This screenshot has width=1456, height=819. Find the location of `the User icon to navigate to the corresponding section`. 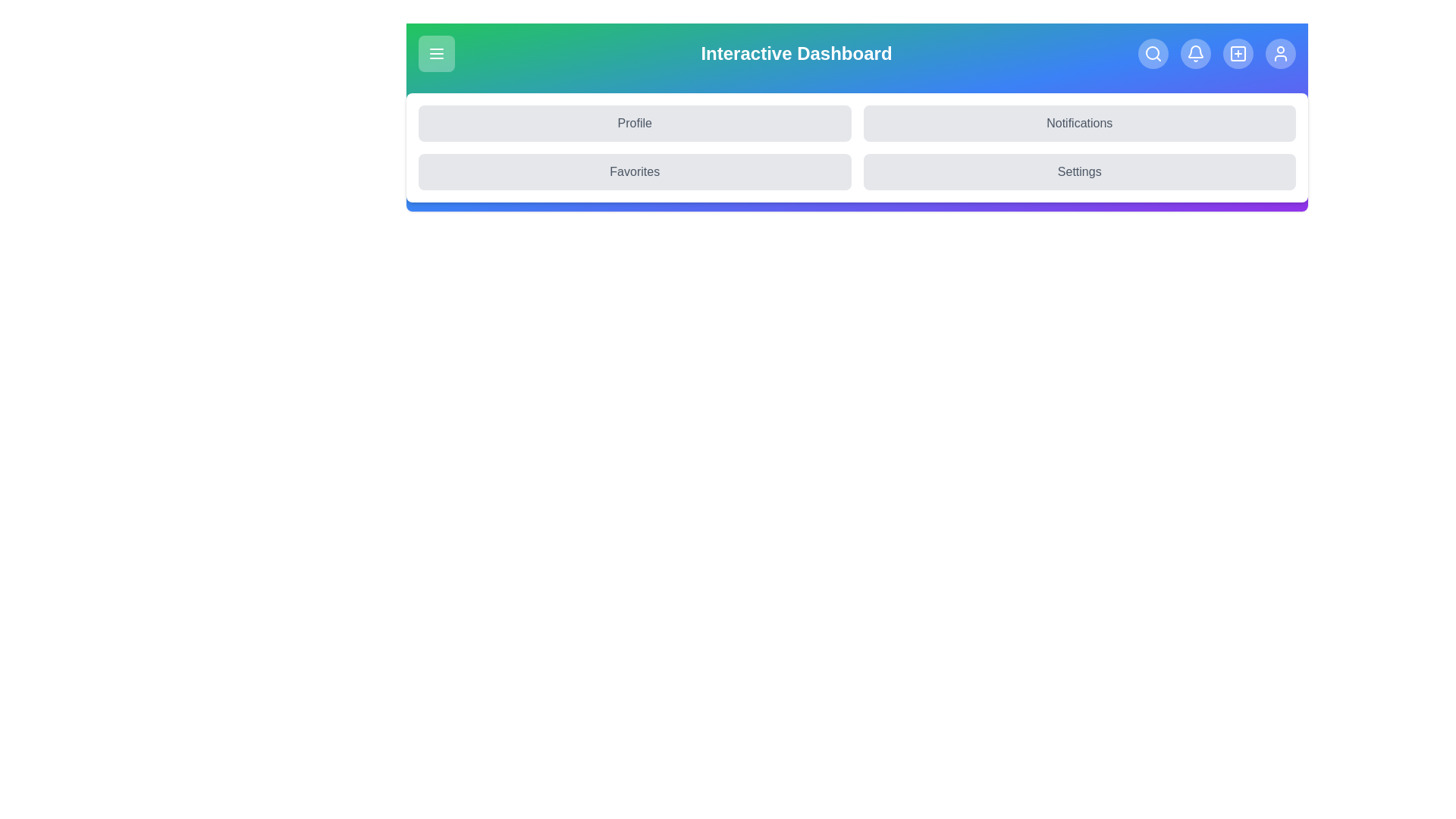

the User icon to navigate to the corresponding section is located at coordinates (1280, 52).